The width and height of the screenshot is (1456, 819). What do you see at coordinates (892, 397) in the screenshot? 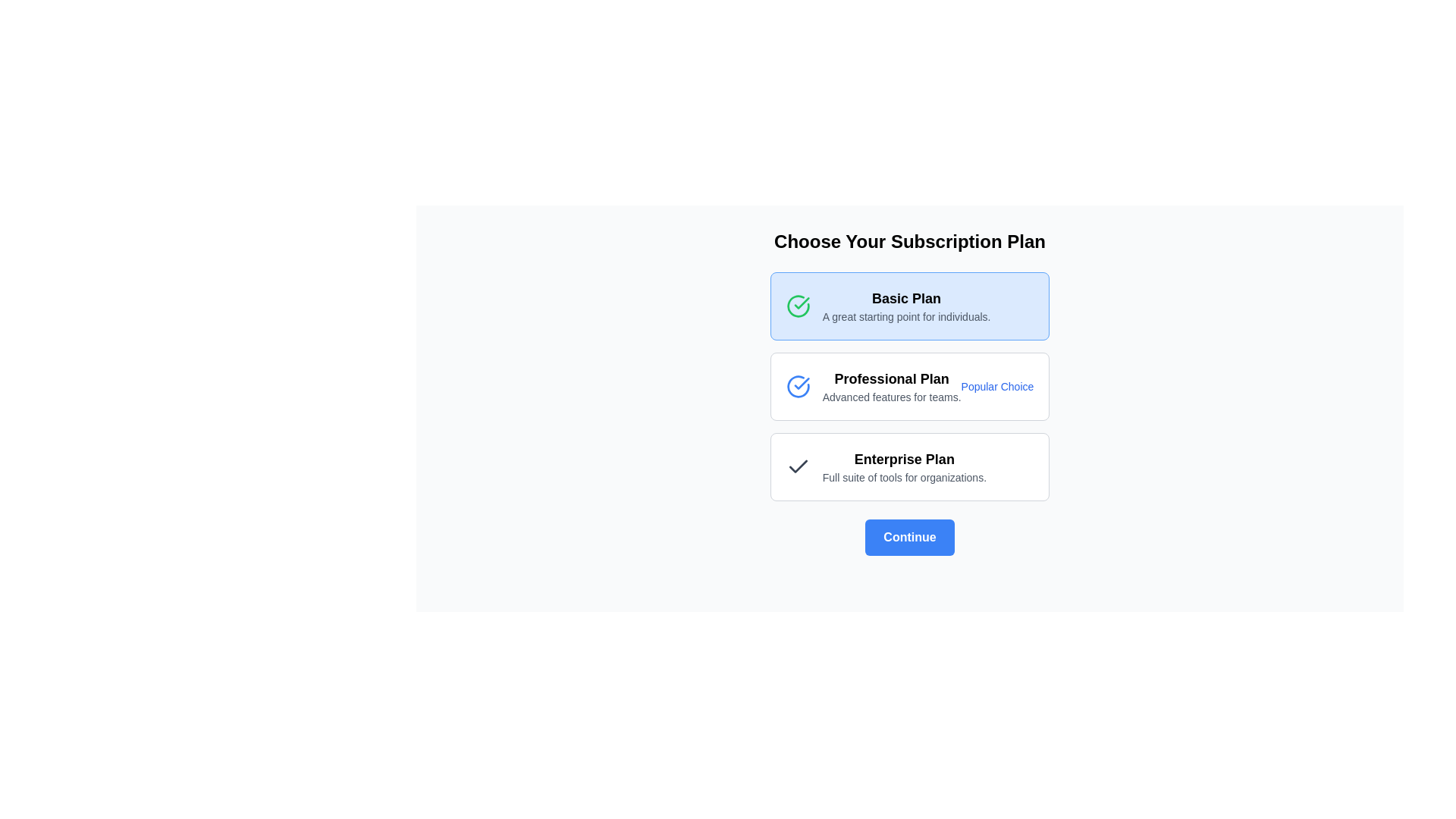
I see `the text label reading 'Advanced features for teams.' located below the 'Professional Plan' header in the subscription selection interface` at bounding box center [892, 397].